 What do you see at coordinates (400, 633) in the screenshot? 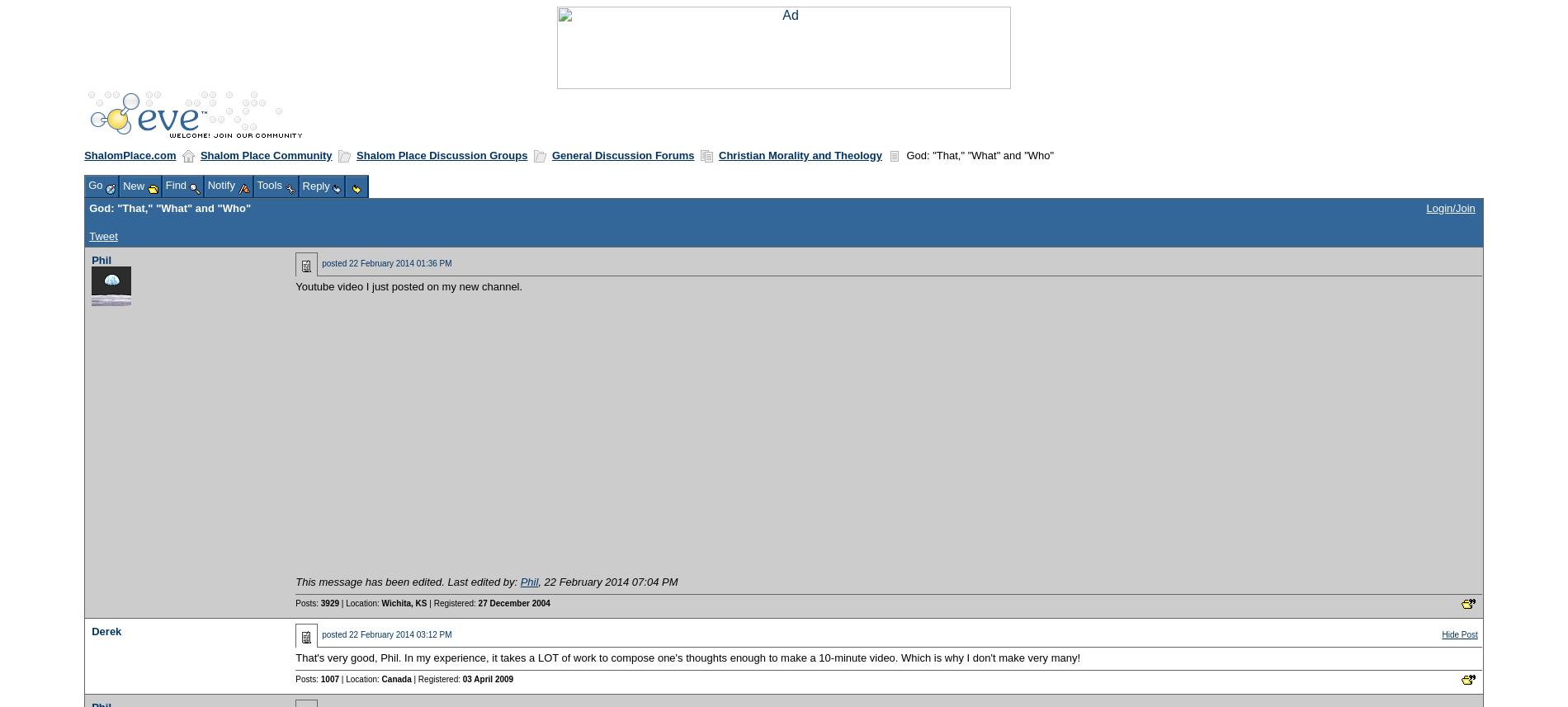
I see `'22 February 2014 03:12 PM'` at bounding box center [400, 633].